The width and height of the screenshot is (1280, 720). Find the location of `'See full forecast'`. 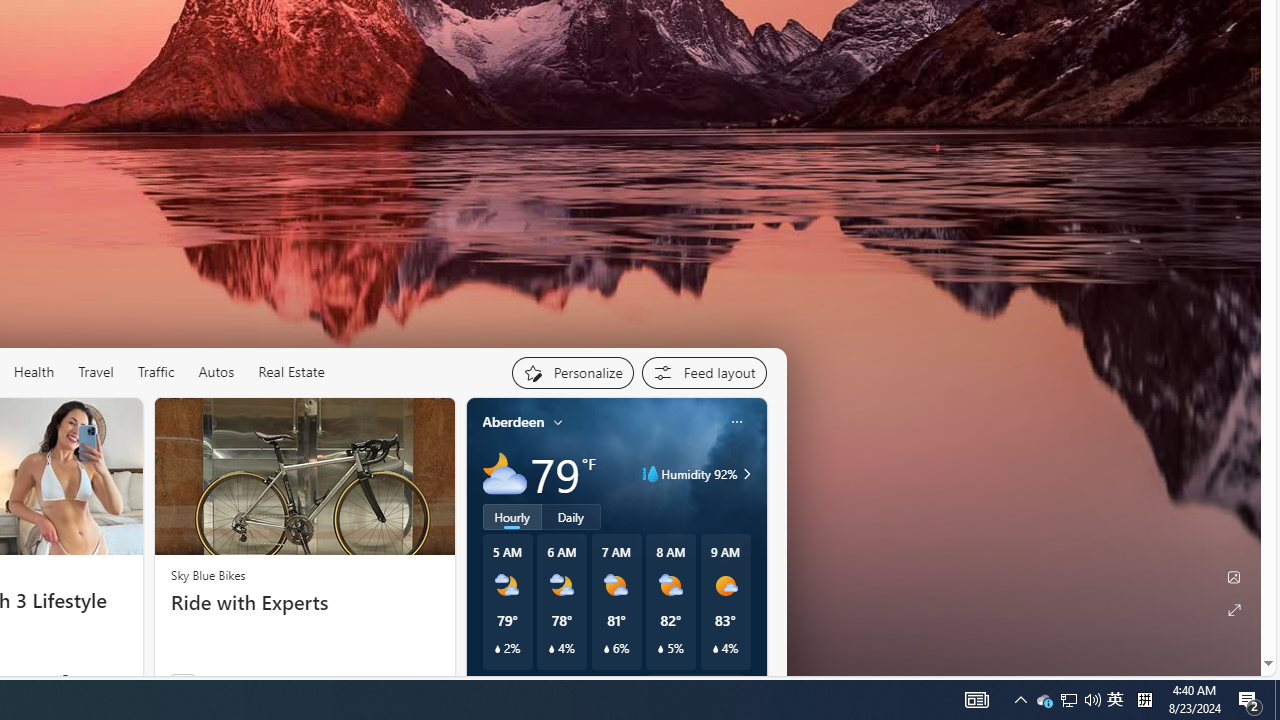

'See full forecast' is located at coordinates (695, 684).